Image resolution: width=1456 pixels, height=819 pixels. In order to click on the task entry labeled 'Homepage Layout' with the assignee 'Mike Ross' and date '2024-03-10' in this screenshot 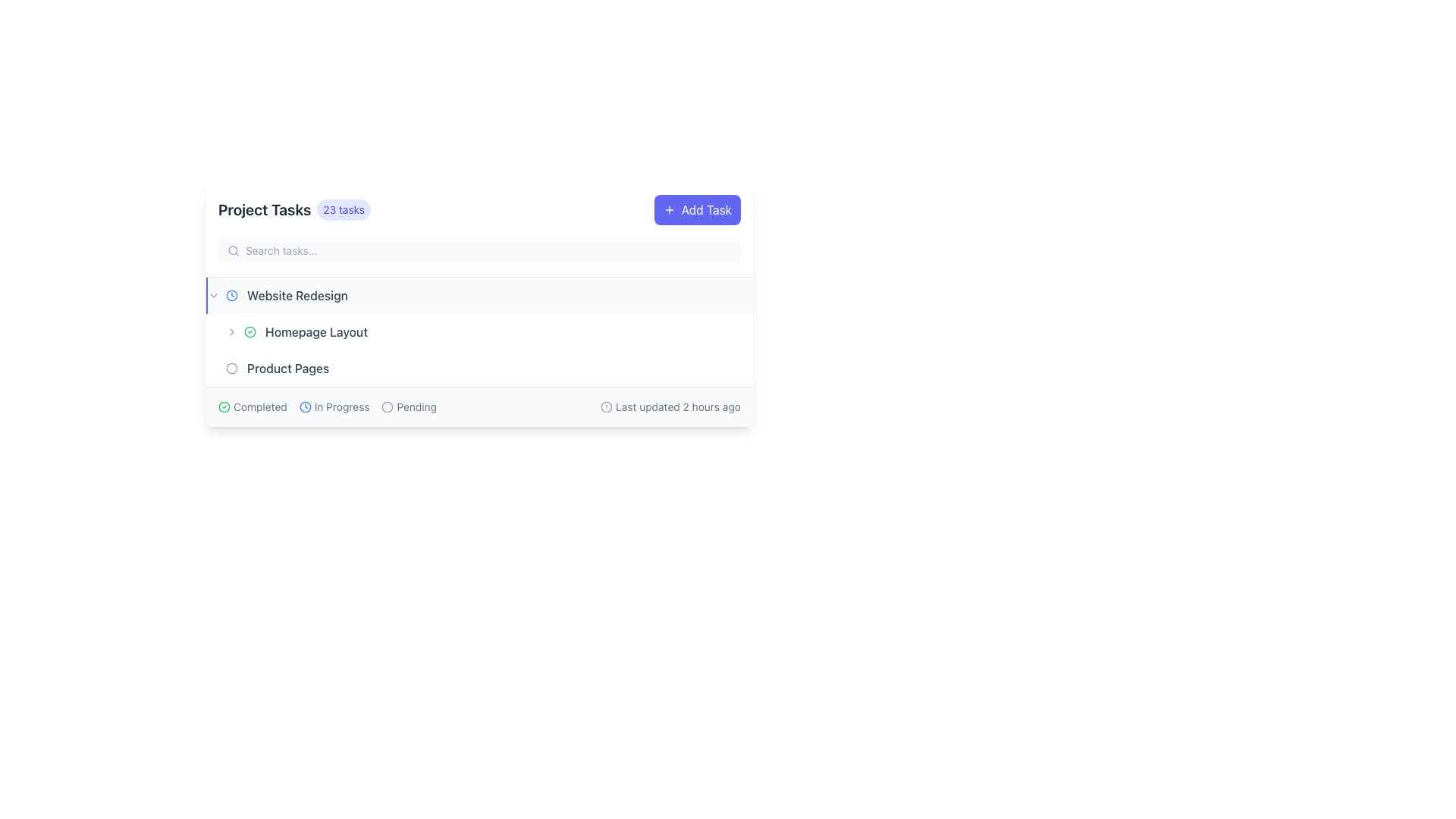, I will do `click(479, 350)`.